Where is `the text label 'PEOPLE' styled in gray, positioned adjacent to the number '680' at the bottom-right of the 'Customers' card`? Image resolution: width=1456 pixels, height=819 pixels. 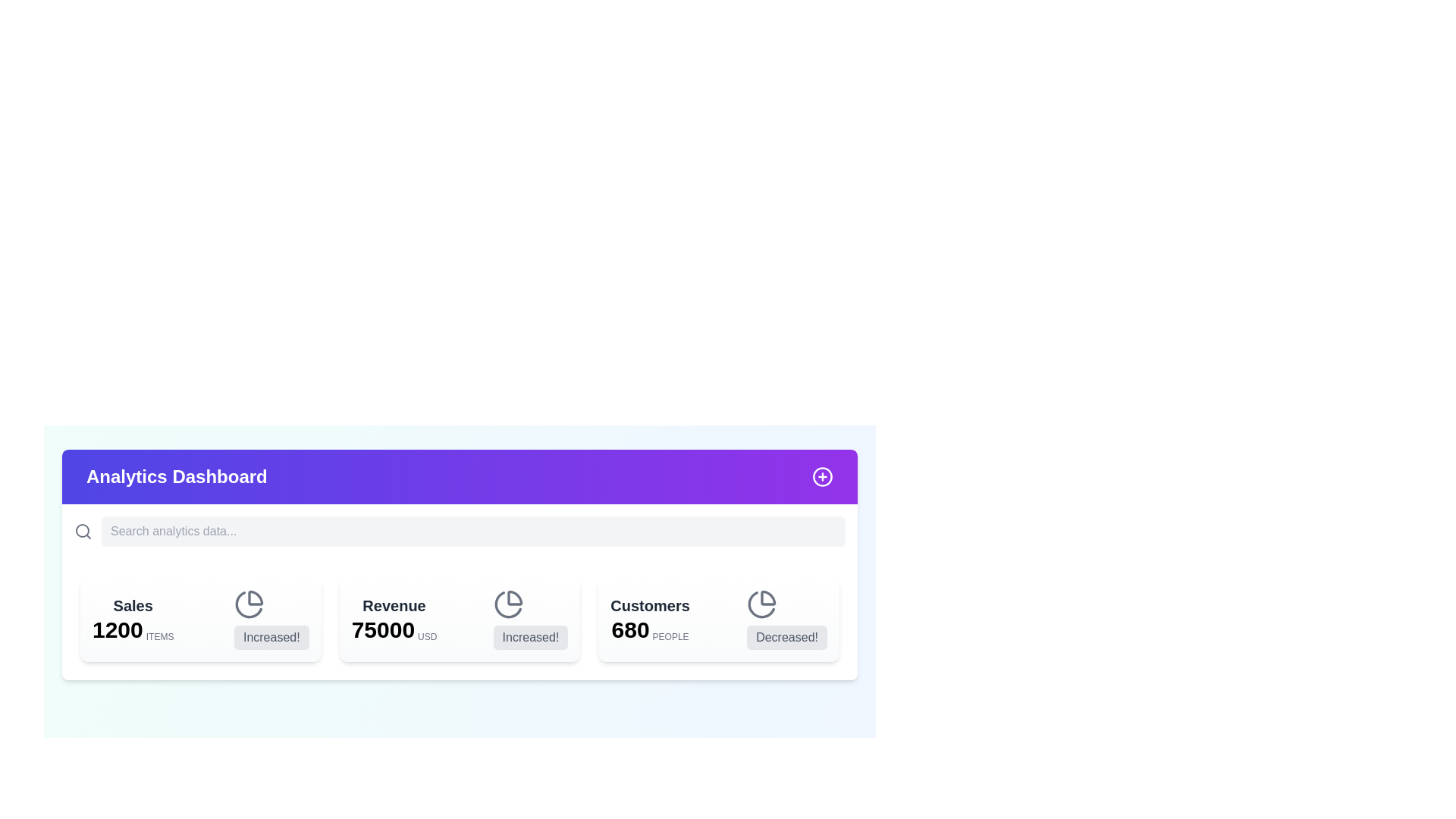
the text label 'PEOPLE' styled in gray, positioned adjacent to the number '680' at the bottom-right of the 'Customers' card is located at coordinates (670, 637).